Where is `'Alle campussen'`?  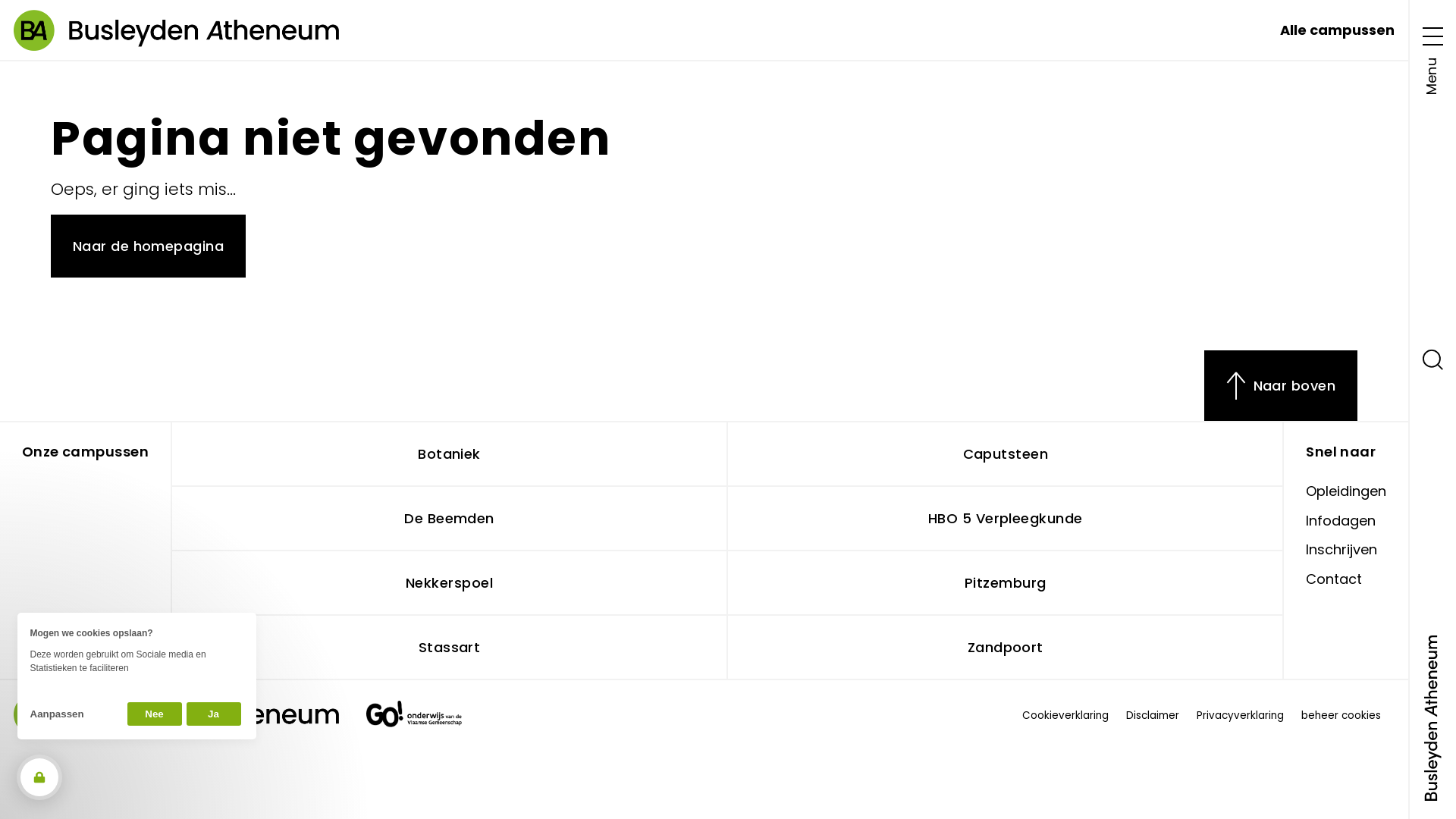
'Alle campussen' is located at coordinates (1337, 30).